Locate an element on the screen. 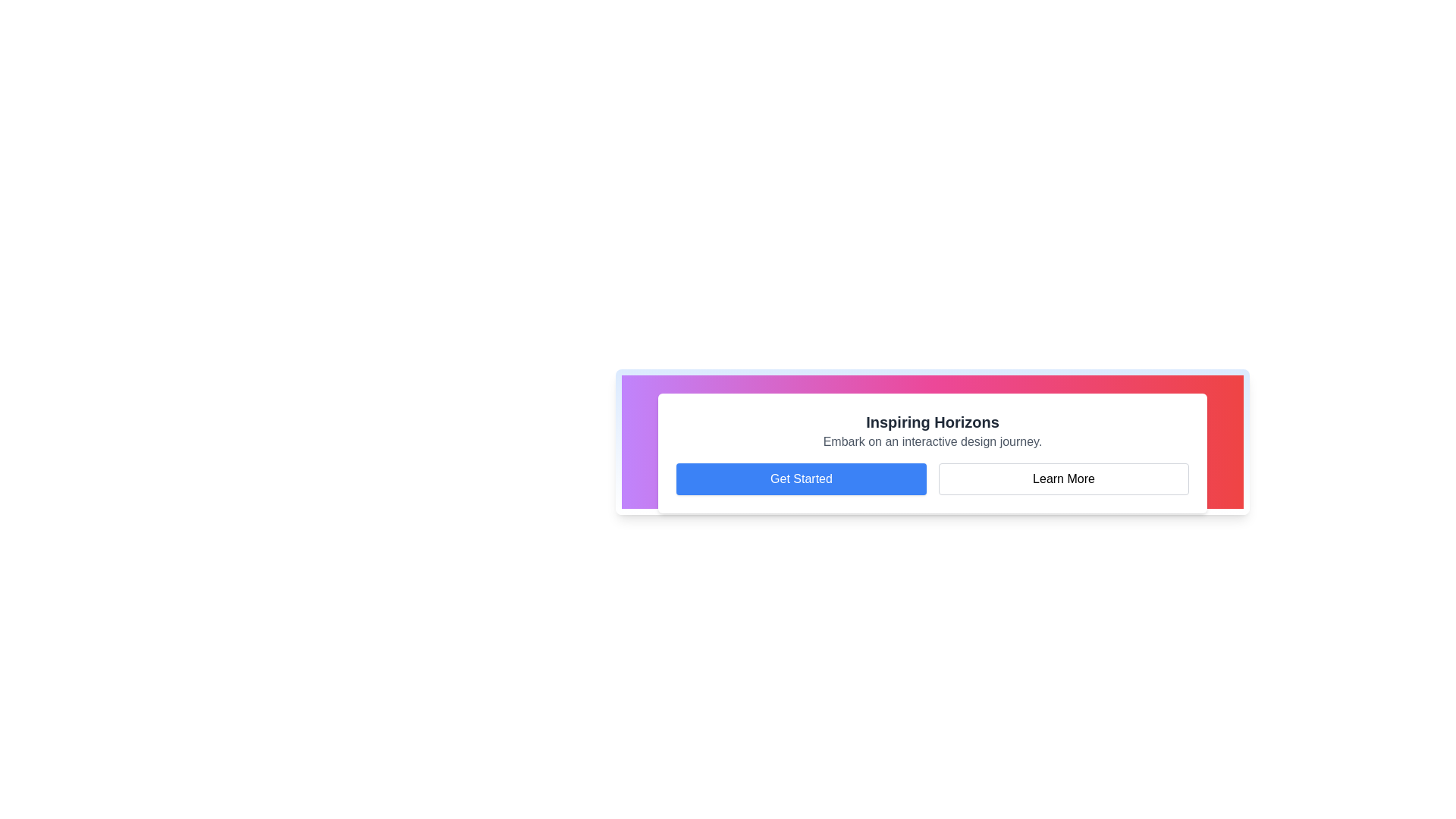 This screenshot has height=819, width=1456. text display containing 'Inspiring Horizons', which is styled in bold black font against a white background, positioned above the subtitle and buttons is located at coordinates (931, 422).